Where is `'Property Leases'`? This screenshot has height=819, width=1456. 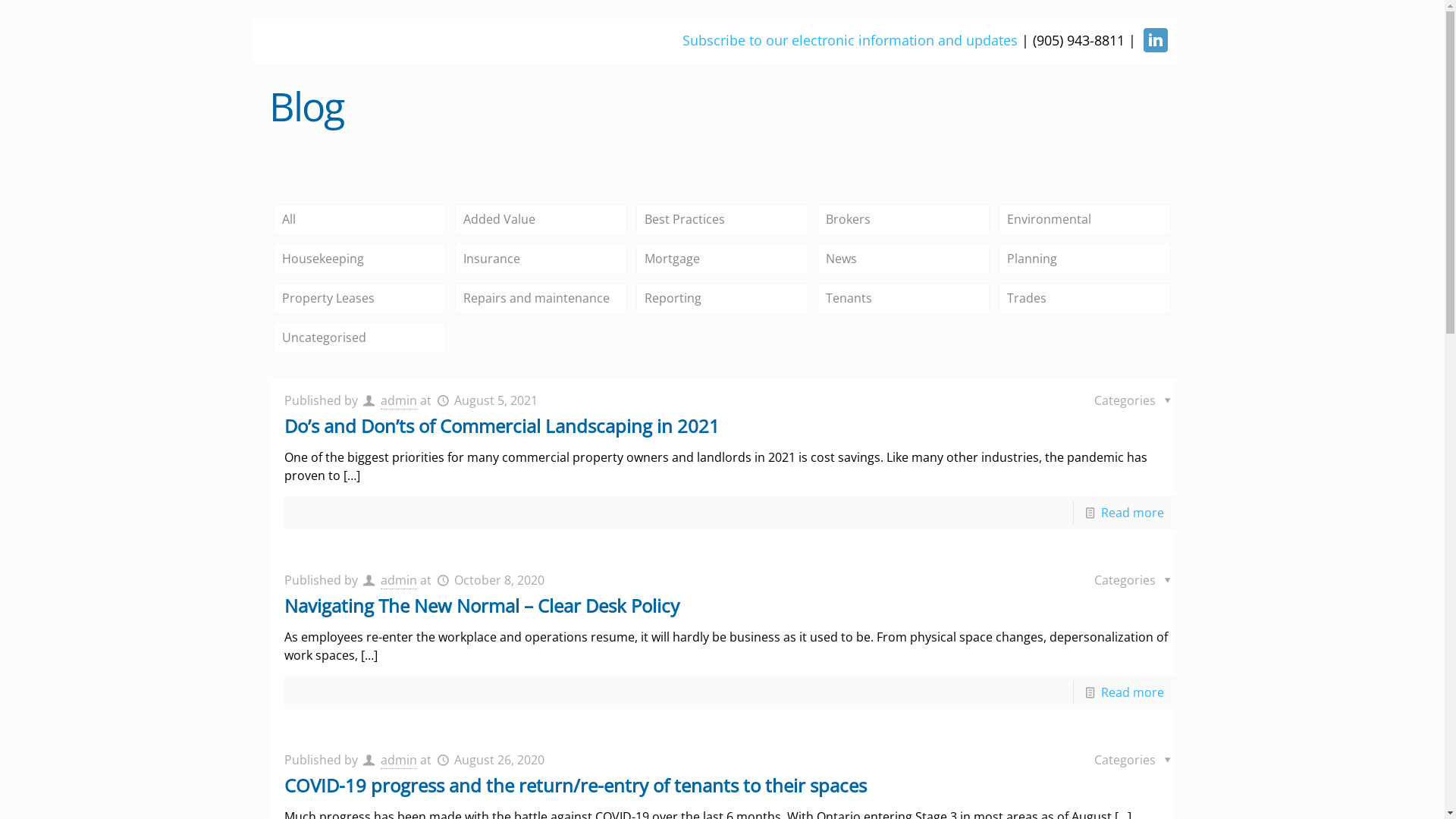 'Property Leases' is located at coordinates (359, 298).